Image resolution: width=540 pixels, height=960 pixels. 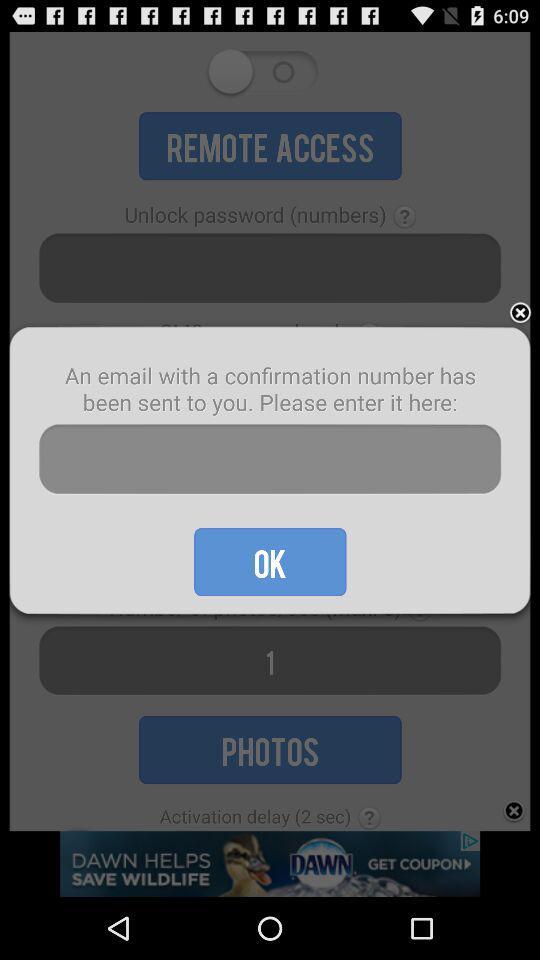 I want to click on box, so click(x=520, y=313).